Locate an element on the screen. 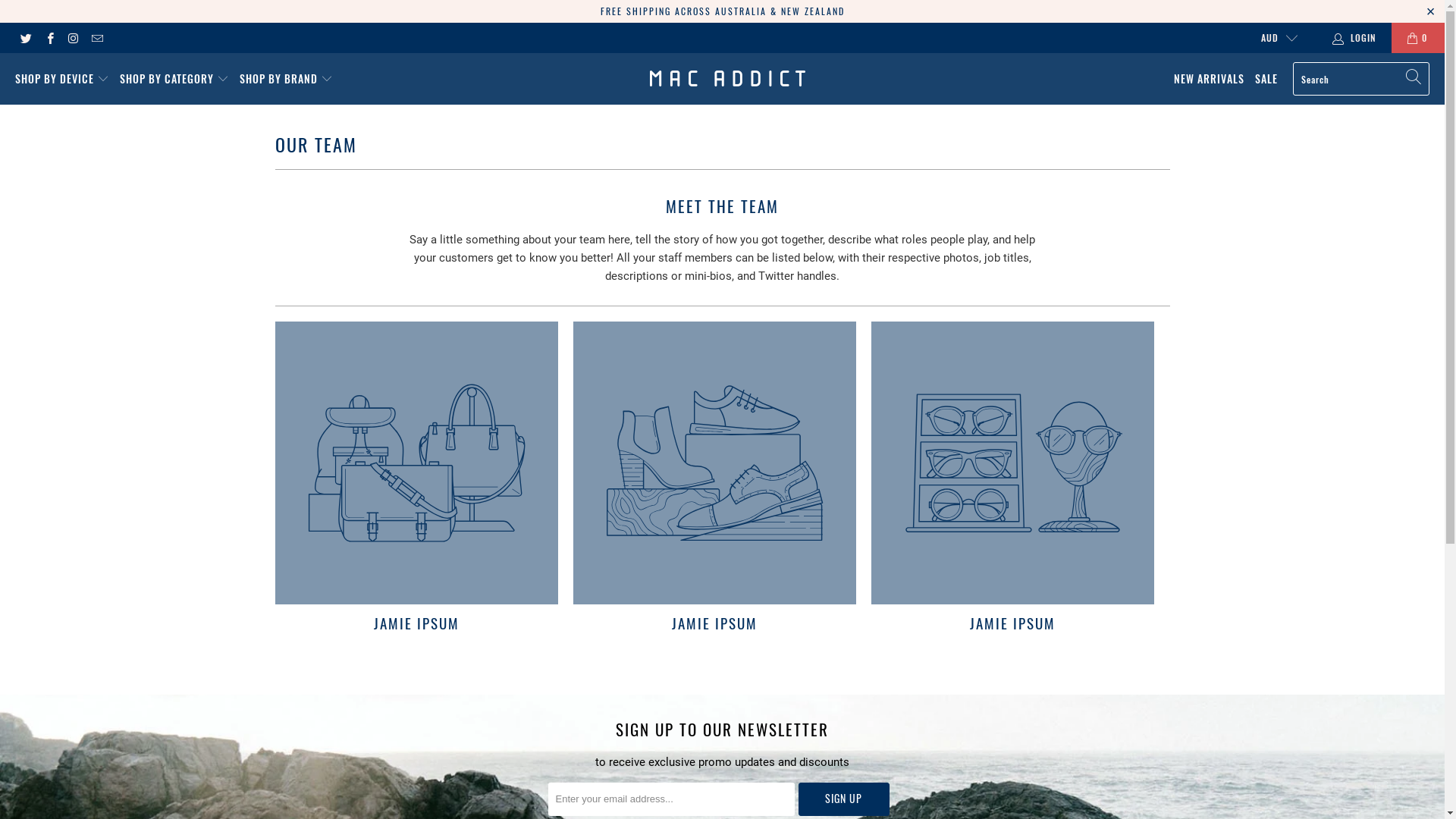 This screenshot has height=819, width=1456. 'Sign Up' is located at coordinates (843, 798).